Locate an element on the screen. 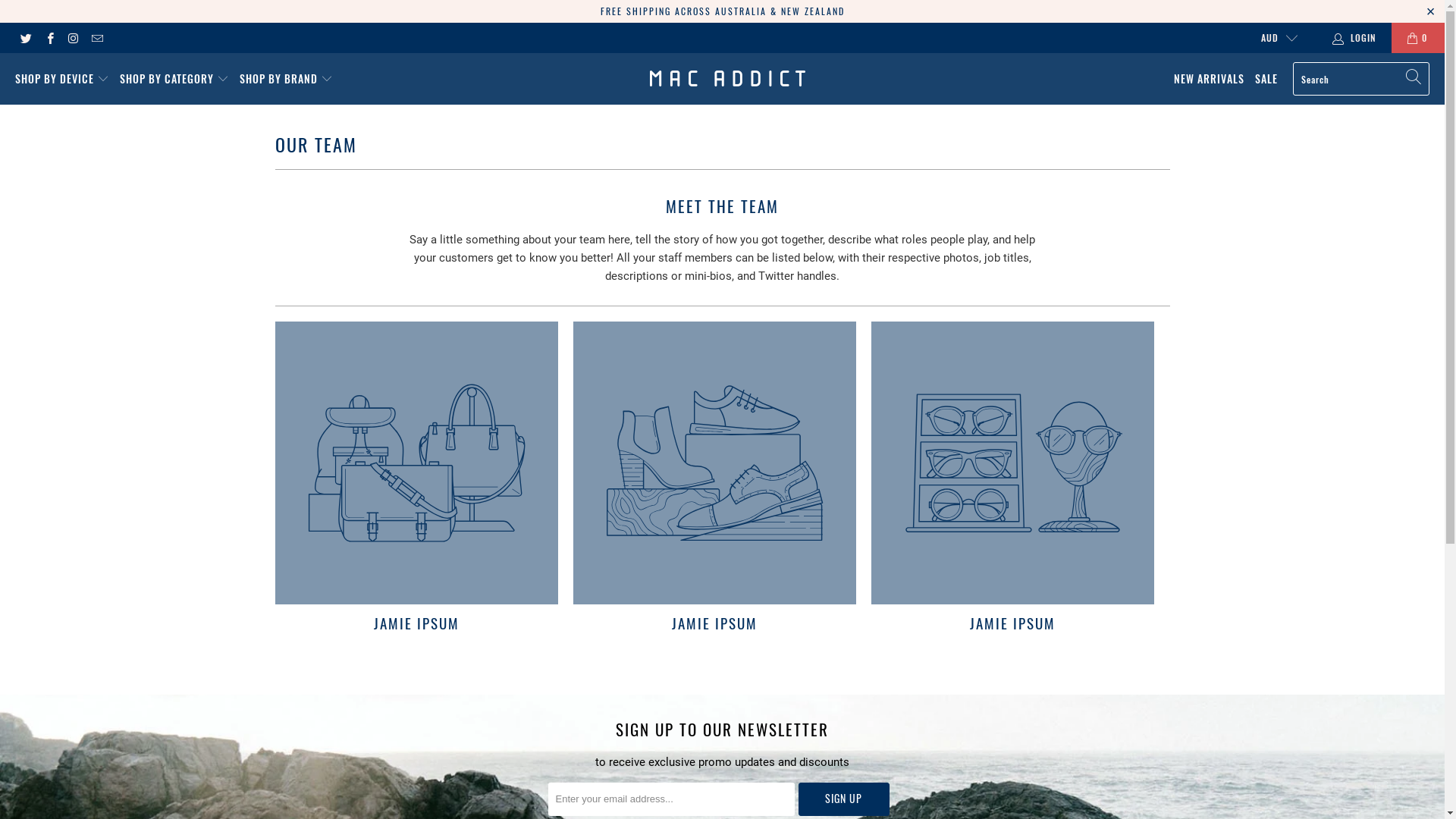 This screenshot has height=819, width=1456. 'Sign Up' is located at coordinates (843, 798).